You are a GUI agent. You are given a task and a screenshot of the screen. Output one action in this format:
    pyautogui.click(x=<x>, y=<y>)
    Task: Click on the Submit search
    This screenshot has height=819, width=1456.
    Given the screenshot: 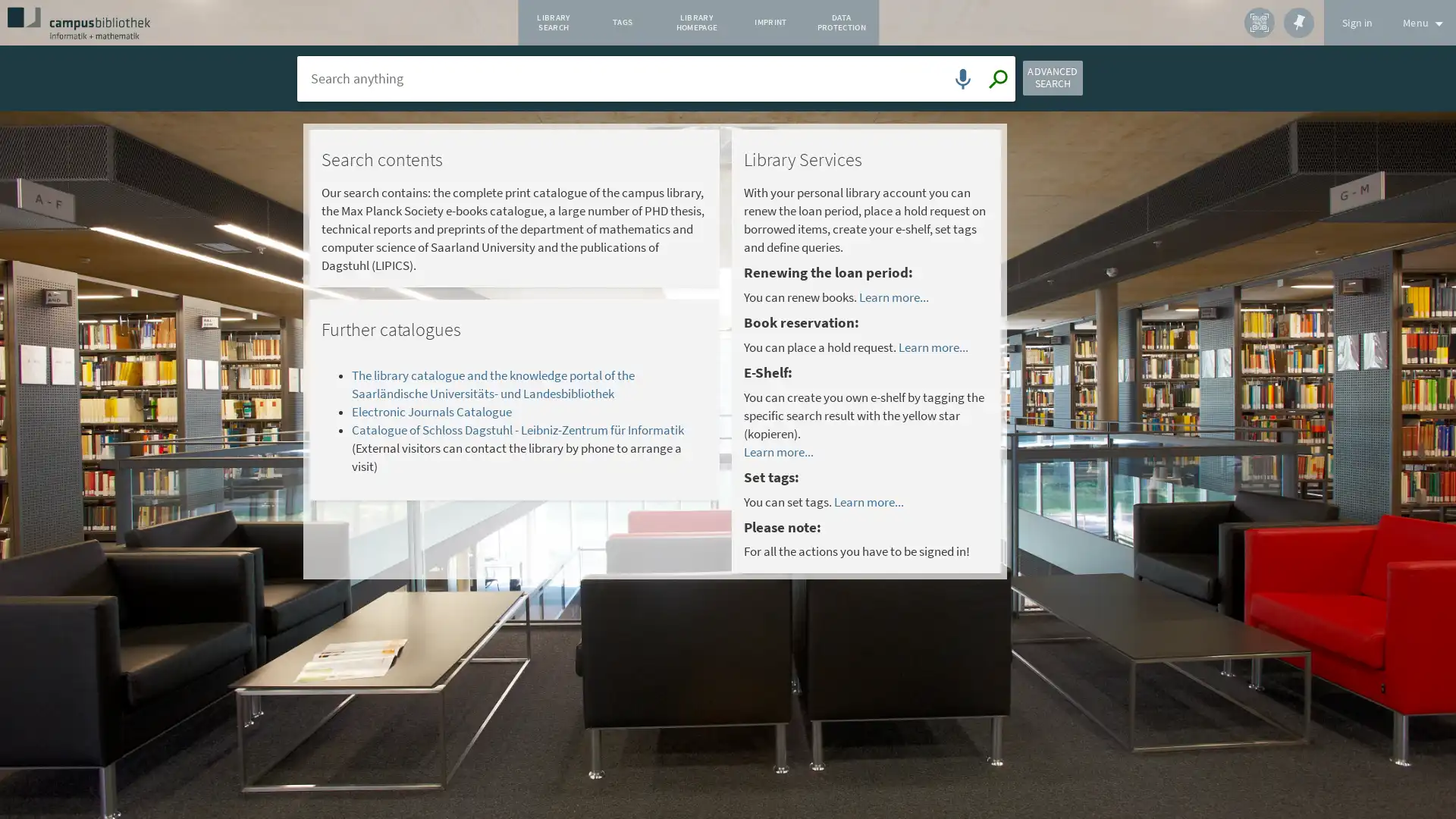 What is the action you would take?
    pyautogui.click(x=994, y=84)
    